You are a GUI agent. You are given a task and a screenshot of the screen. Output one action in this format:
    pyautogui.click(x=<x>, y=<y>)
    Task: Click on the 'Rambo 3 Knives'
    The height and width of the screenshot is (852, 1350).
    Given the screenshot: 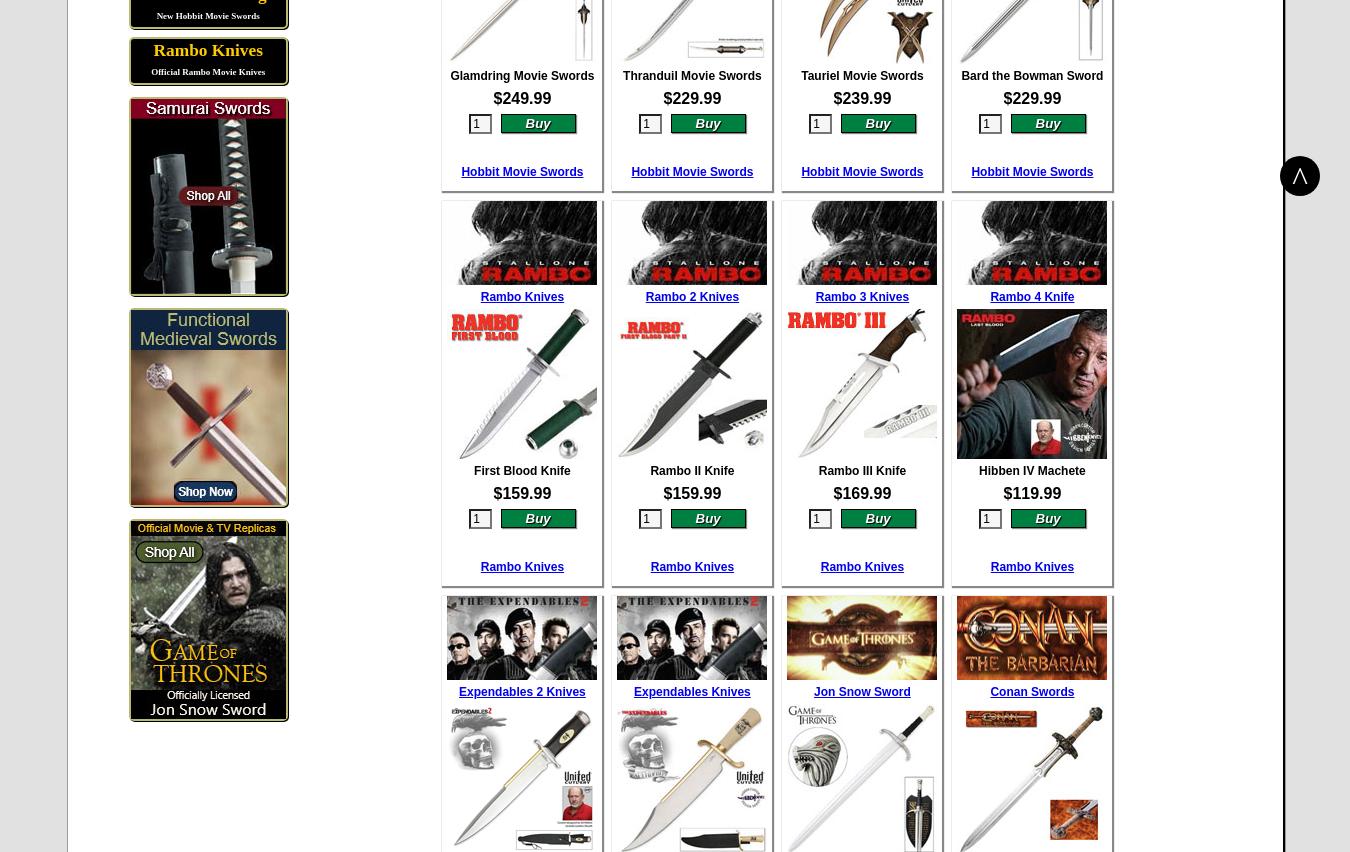 What is the action you would take?
    pyautogui.click(x=861, y=294)
    